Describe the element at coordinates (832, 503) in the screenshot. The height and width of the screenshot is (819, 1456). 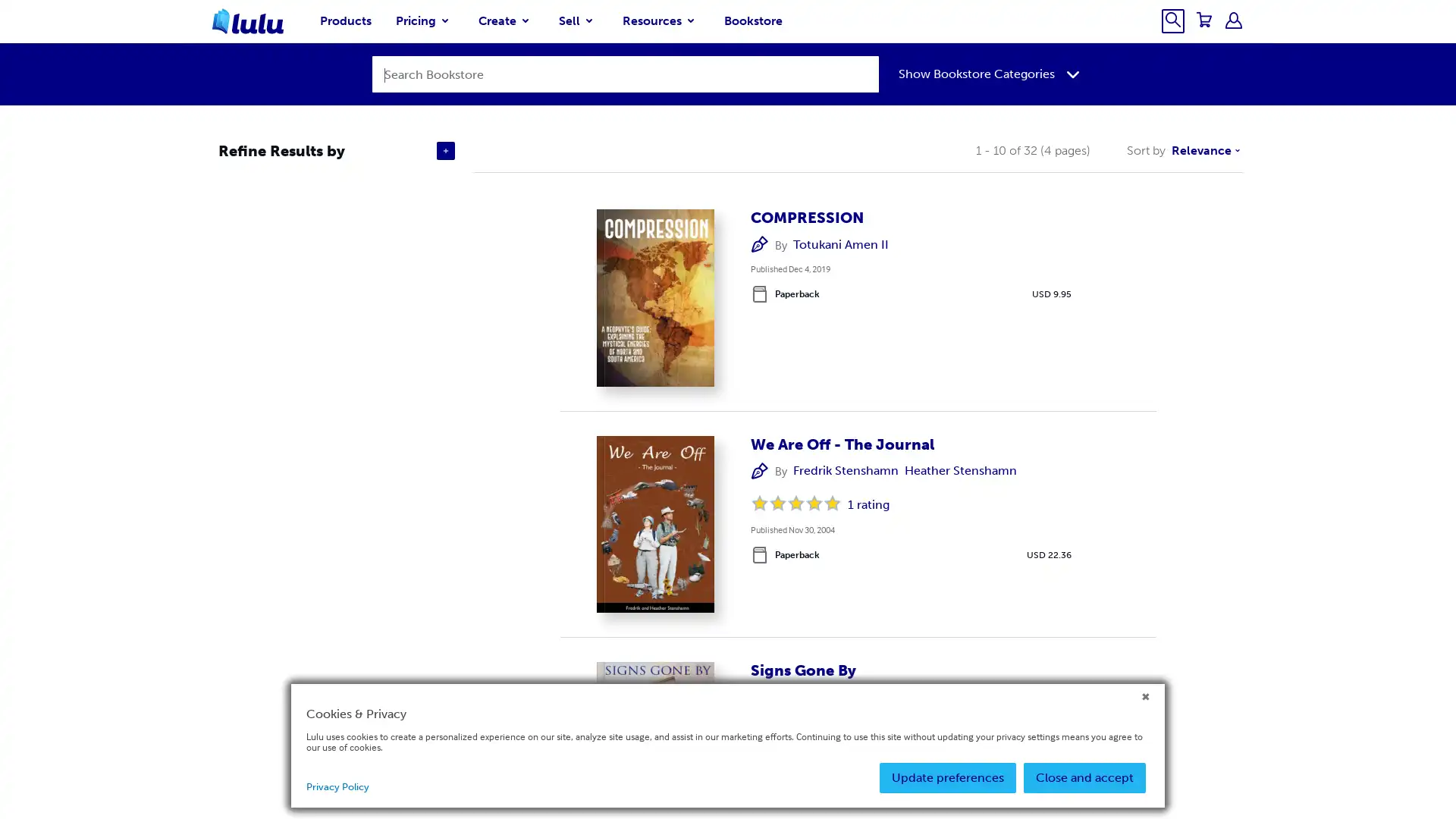
I see `Choose 5 stars` at that location.